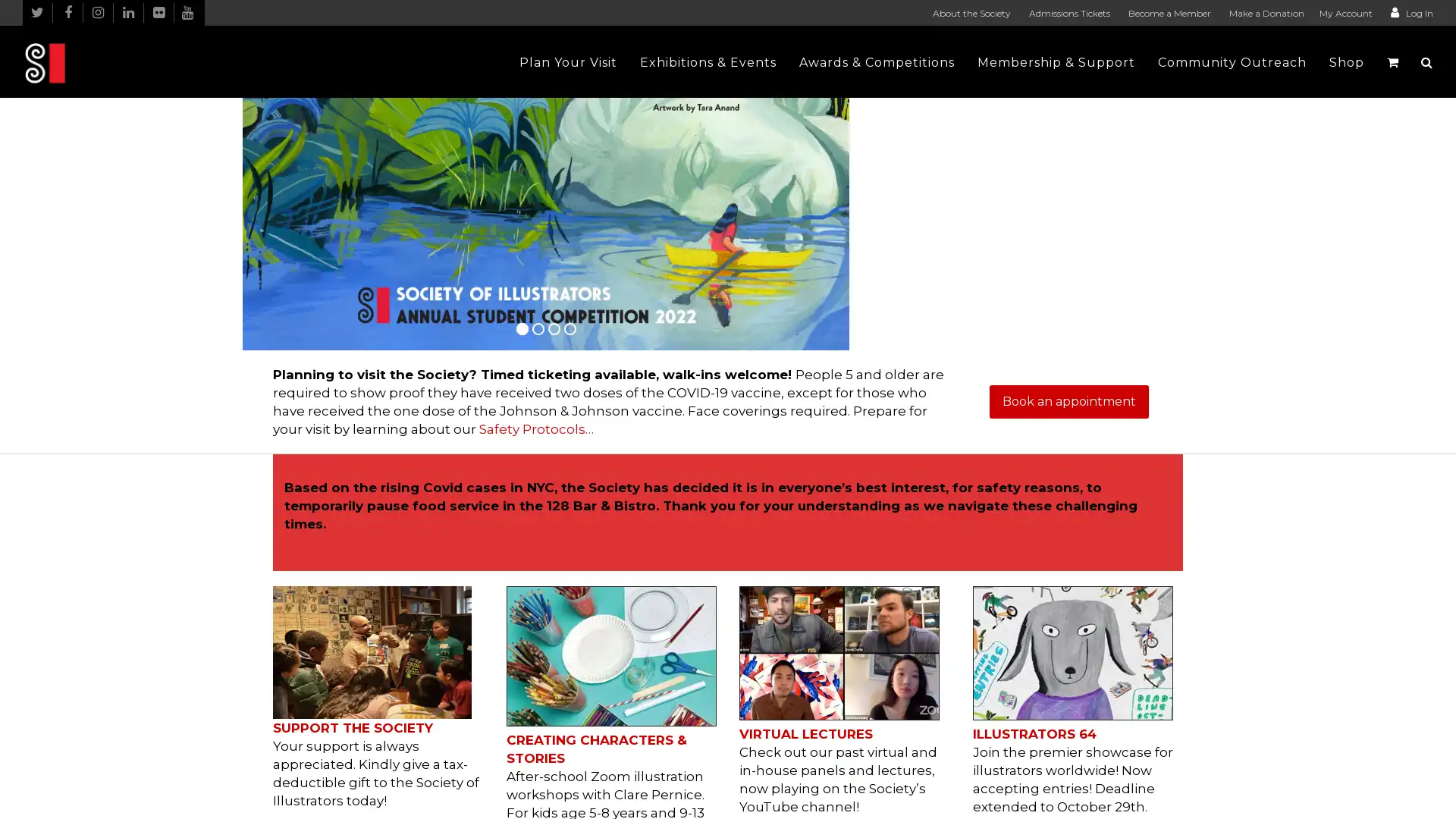  What do you see at coordinates (1419, 12) in the screenshot?
I see `Log In` at bounding box center [1419, 12].